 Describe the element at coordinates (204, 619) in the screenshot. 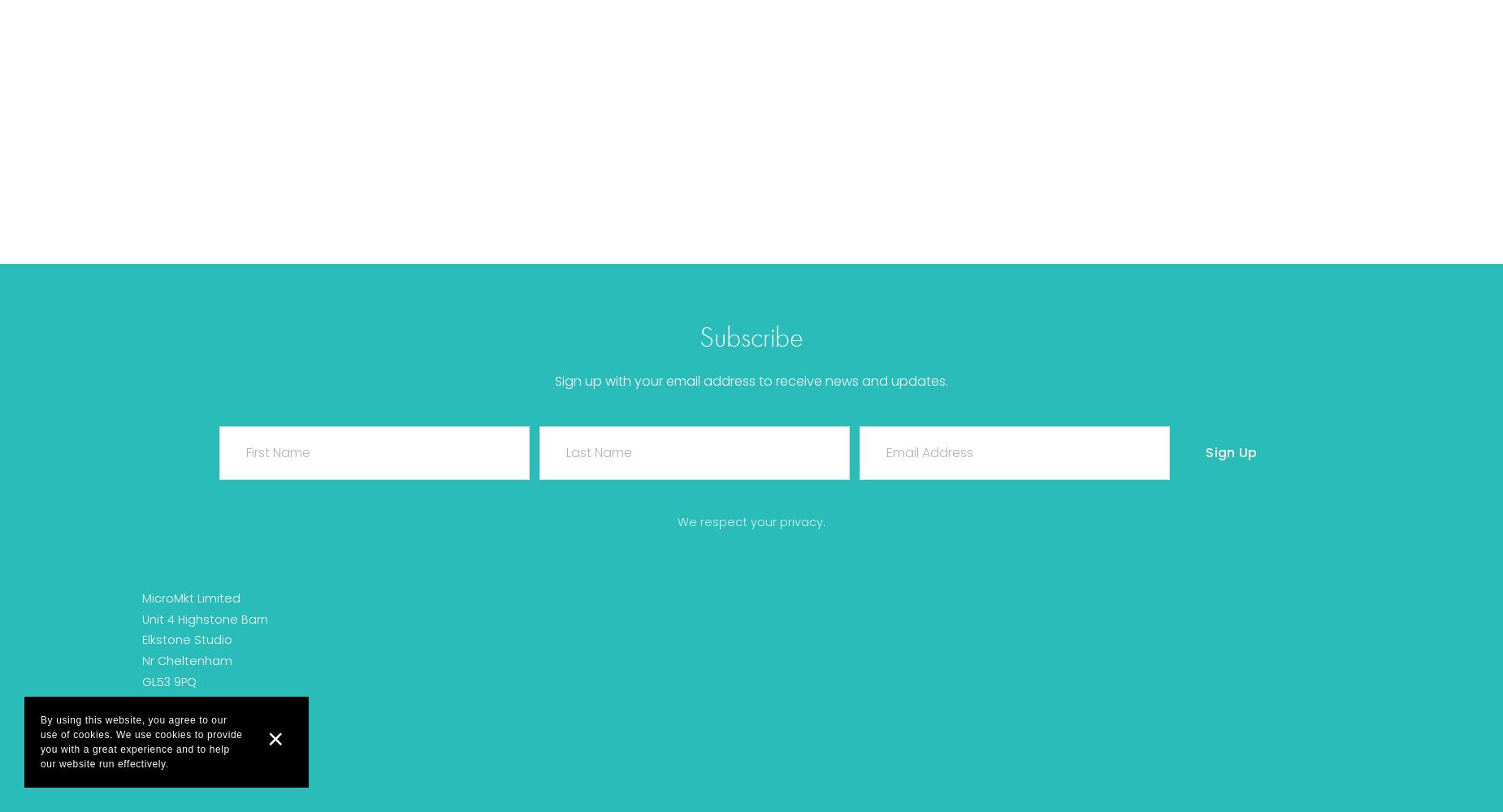

I see `'Unit 4 Highstone Barn'` at that location.